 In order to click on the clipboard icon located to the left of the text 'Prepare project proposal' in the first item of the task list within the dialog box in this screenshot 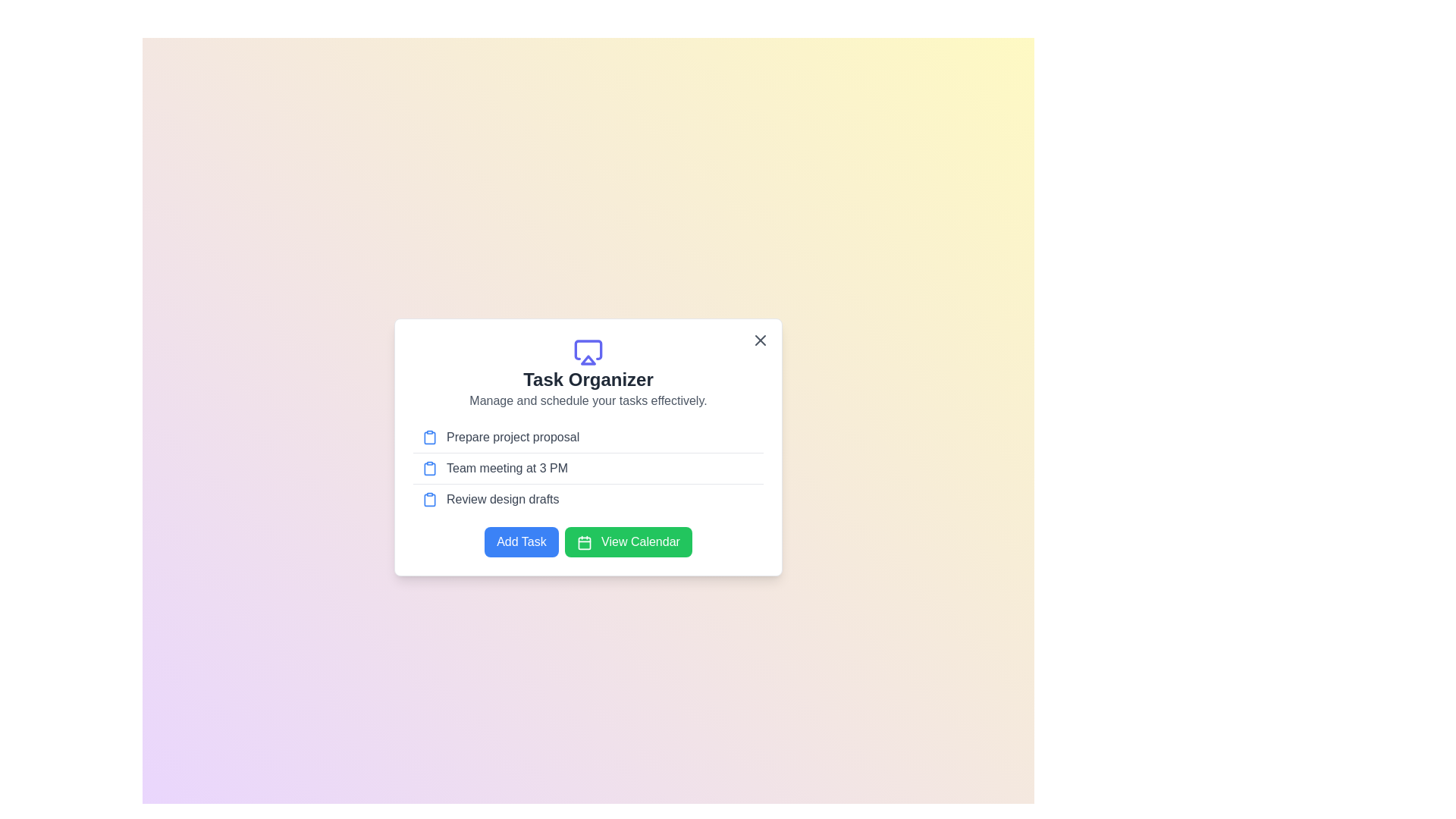, I will do `click(428, 438)`.